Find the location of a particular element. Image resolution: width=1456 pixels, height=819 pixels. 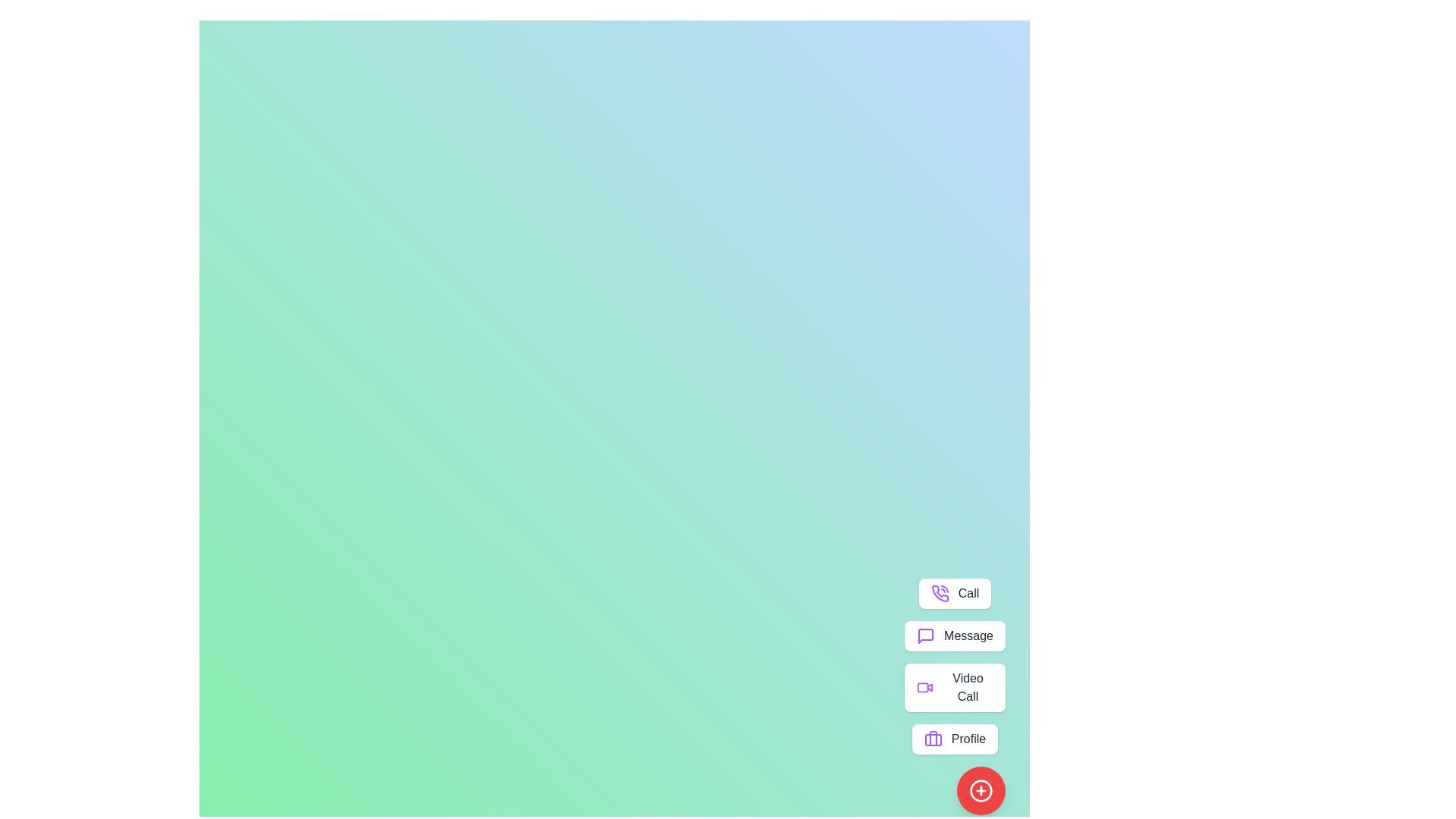

the 'Call' button to initiate the call action is located at coordinates (954, 593).